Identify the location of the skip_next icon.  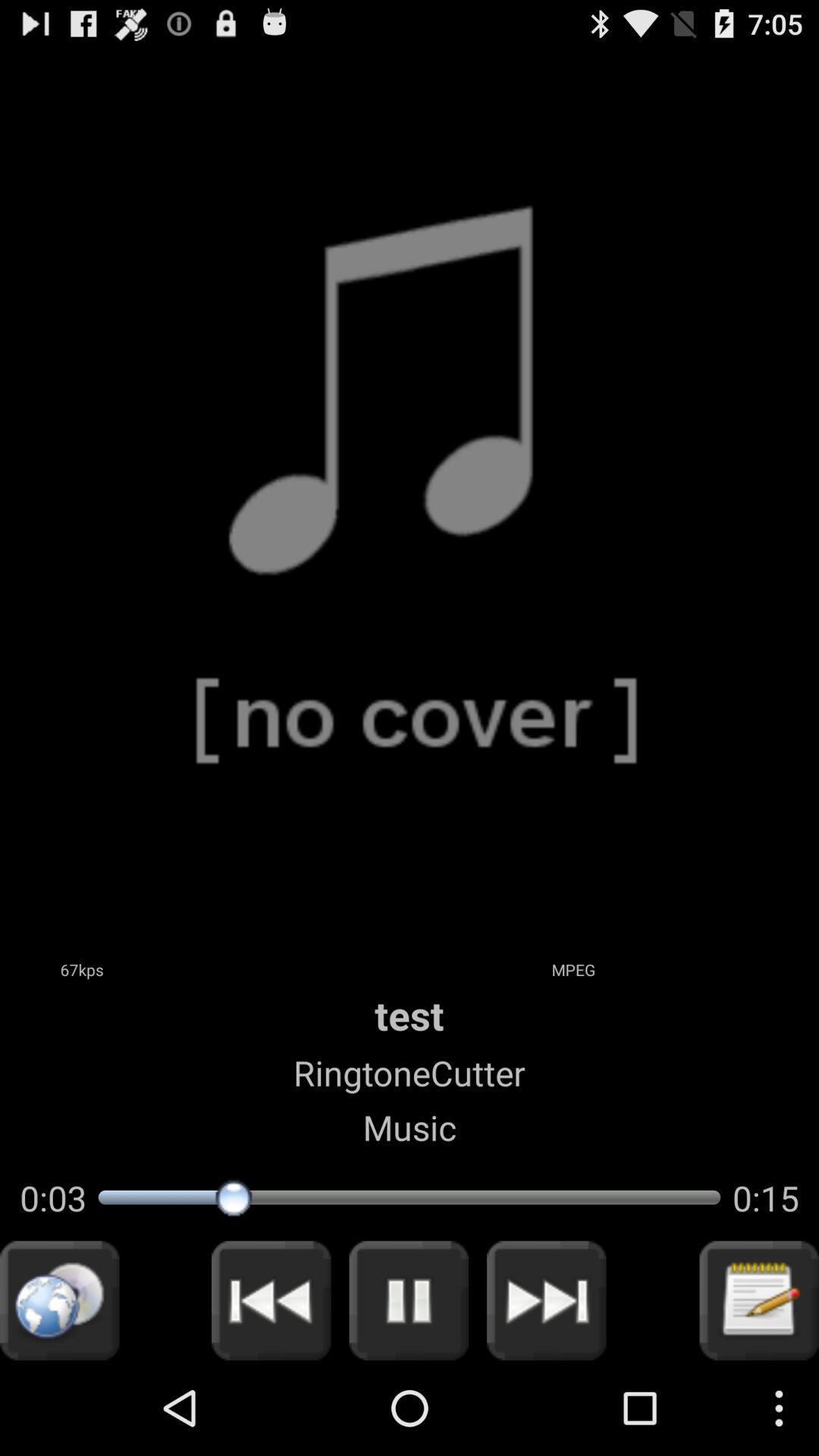
(546, 1392).